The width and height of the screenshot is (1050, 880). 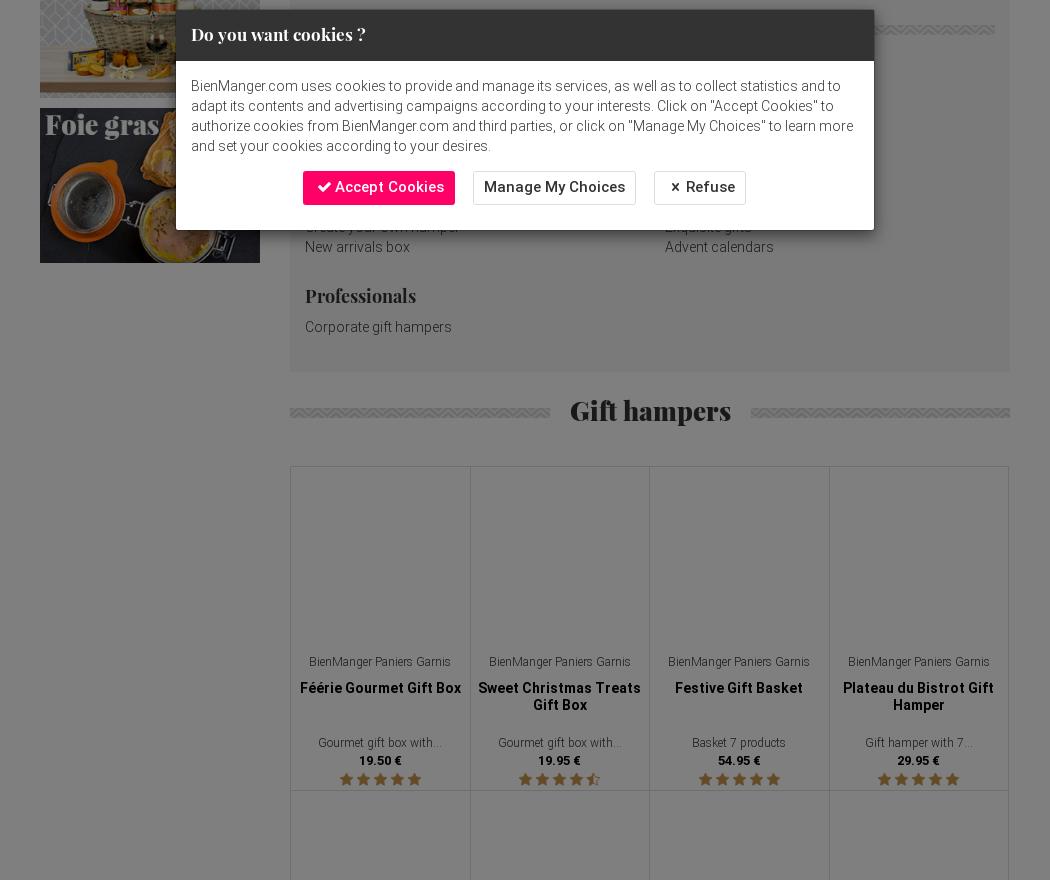 I want to click on 'Gift ideas', so click(x=663, y=95).